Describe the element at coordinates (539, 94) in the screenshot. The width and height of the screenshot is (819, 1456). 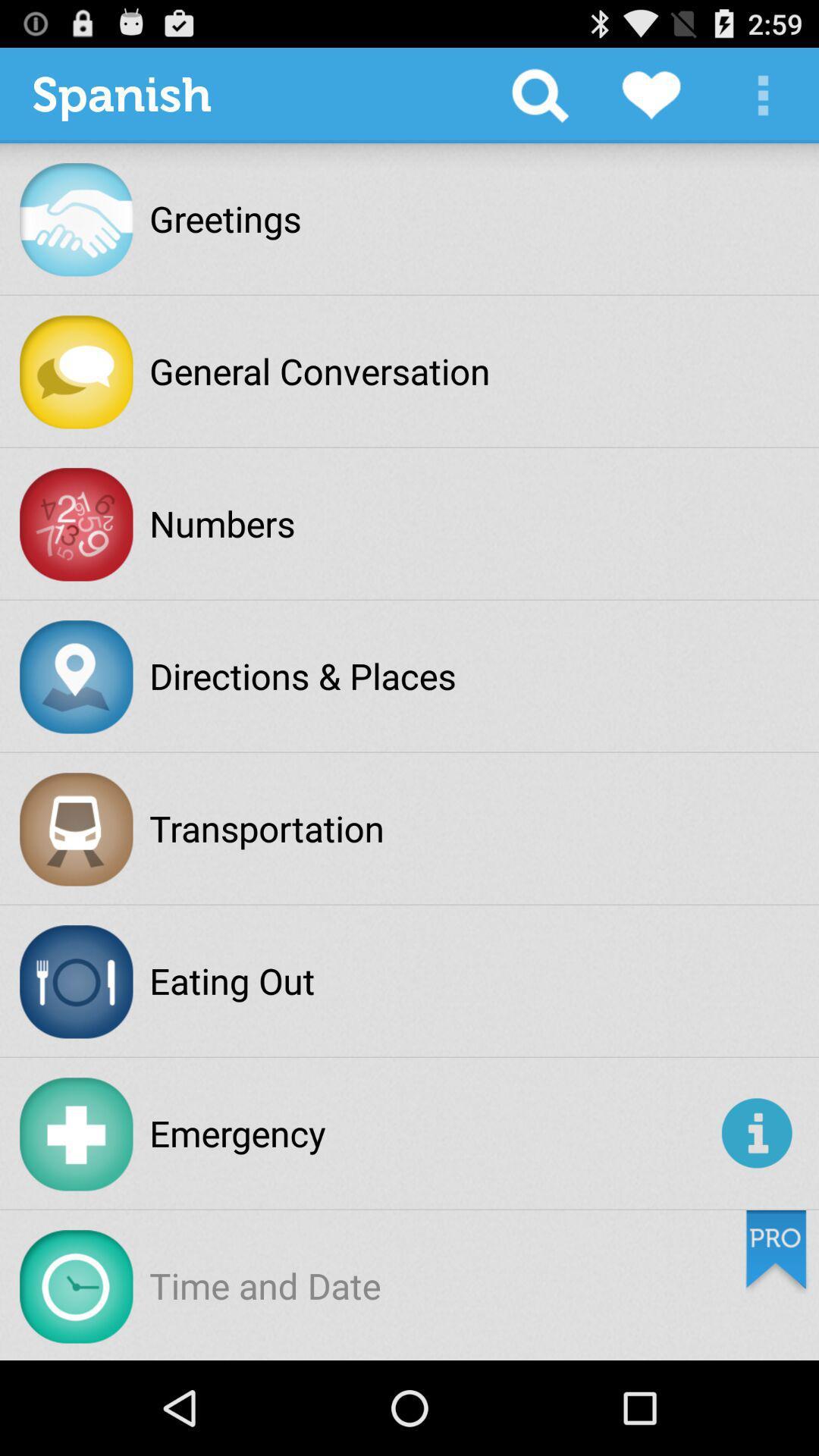
I see `the item next to the spanish app` at that location.